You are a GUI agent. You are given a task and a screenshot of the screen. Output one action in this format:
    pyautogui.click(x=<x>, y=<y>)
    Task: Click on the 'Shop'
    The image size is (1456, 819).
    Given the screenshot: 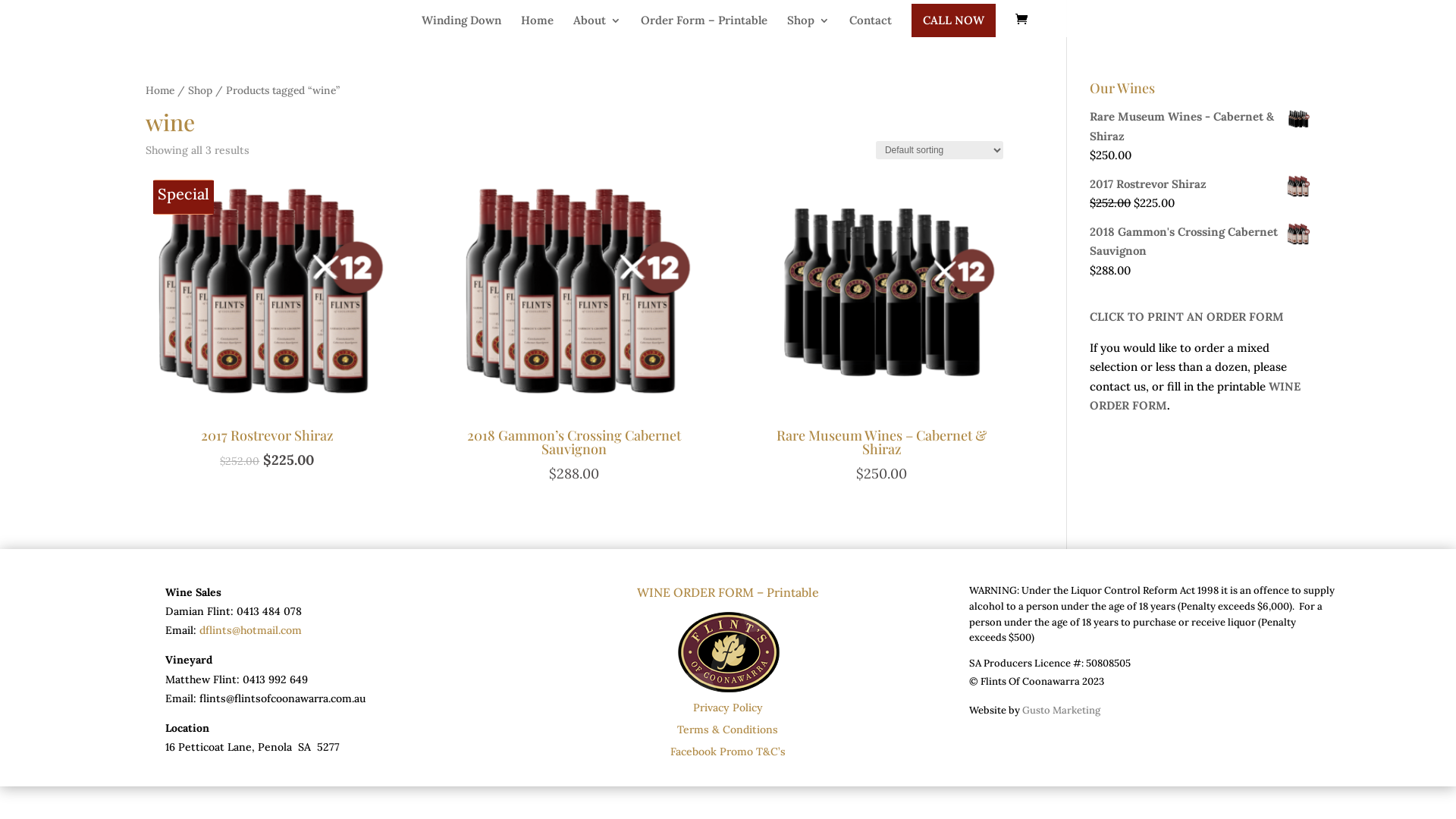 What is the action you would take?
    pyautogui.click(x=187, y=90)
    